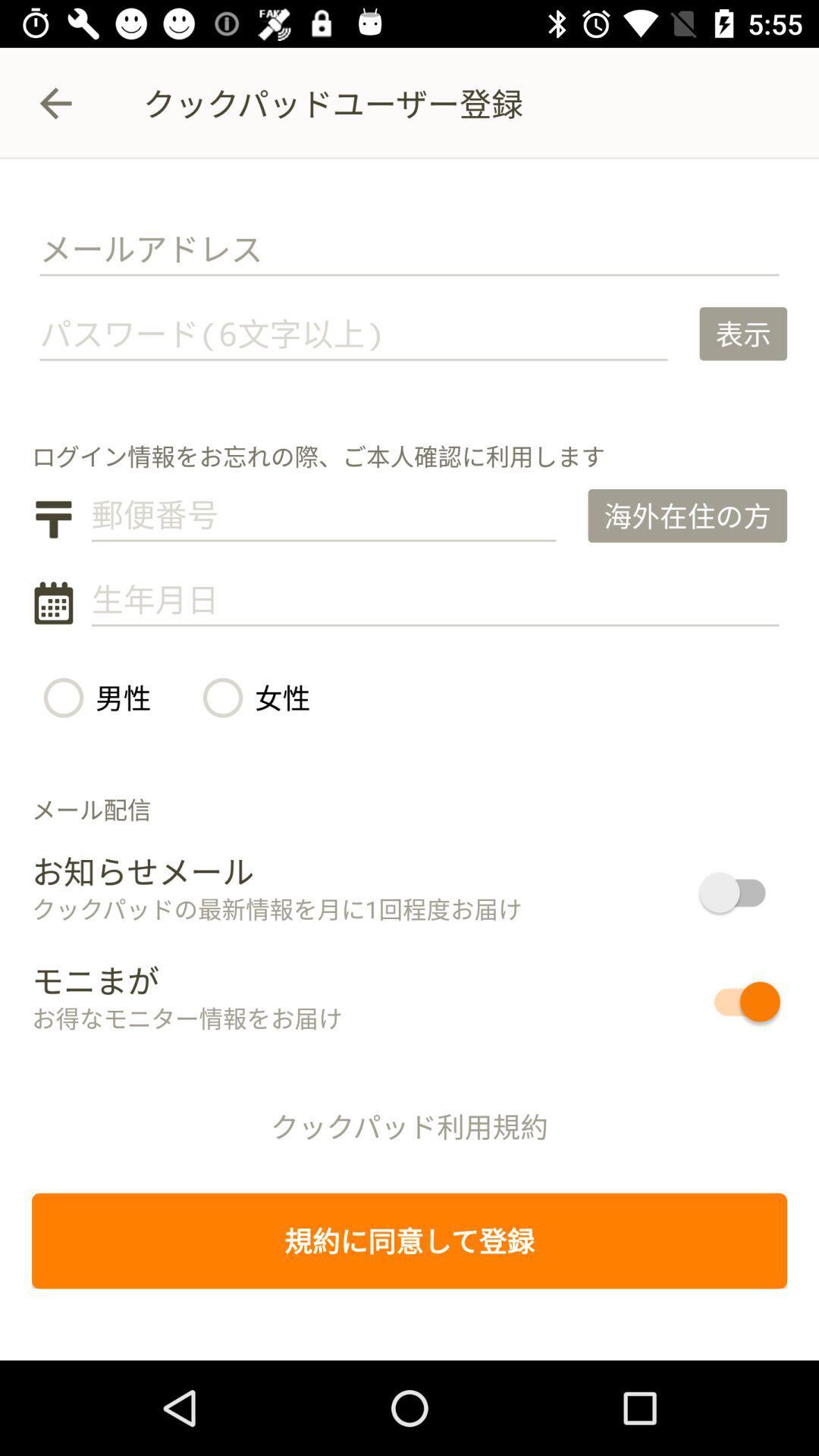 This screenshot has width=819, height=1456. I want to click on icon at the bottom right corner, so click(692, 1001).